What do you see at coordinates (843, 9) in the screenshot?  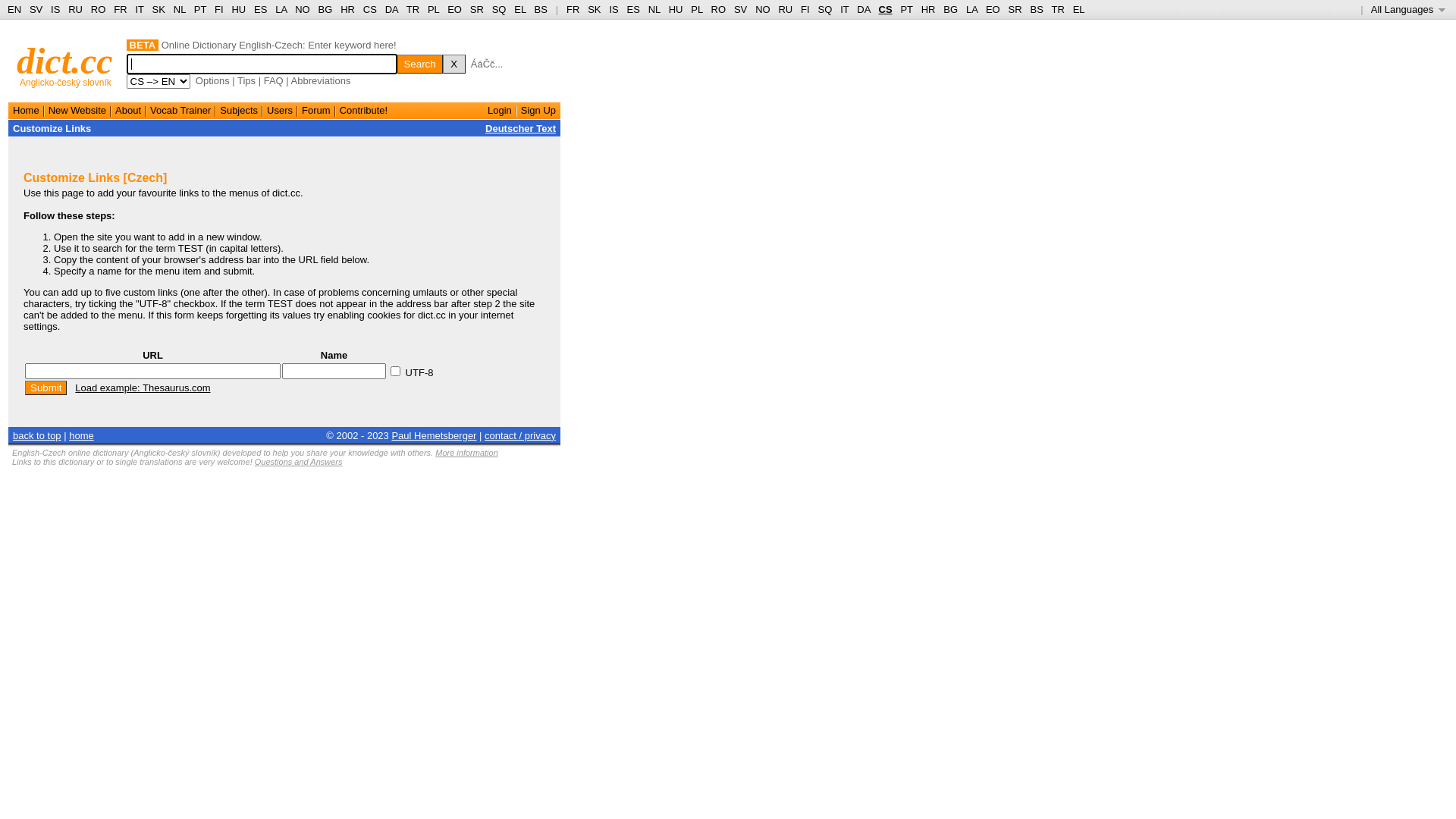 I see `'IT'` at bounding box center [843, 9].